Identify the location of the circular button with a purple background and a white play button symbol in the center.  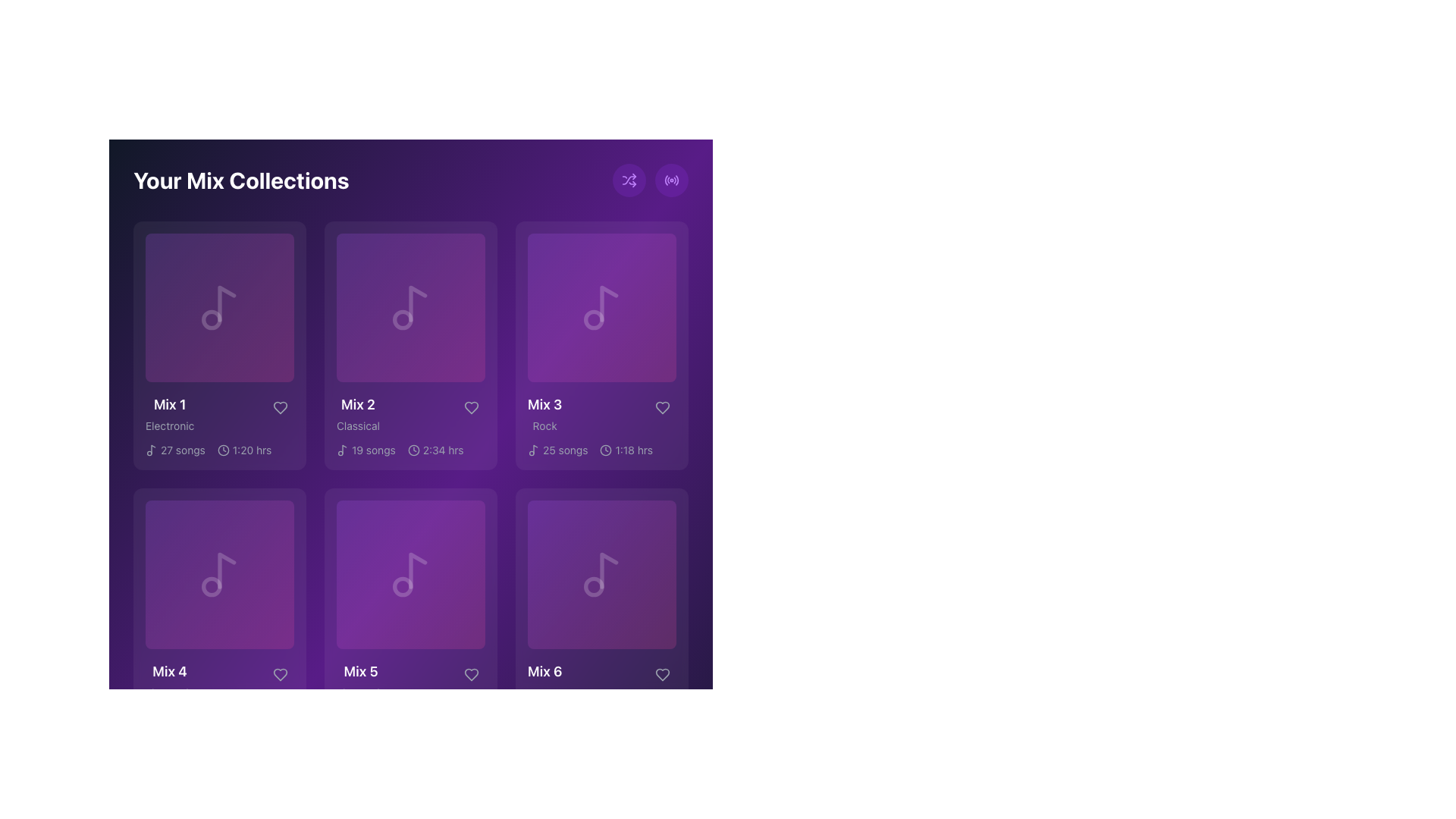
(411, 307).